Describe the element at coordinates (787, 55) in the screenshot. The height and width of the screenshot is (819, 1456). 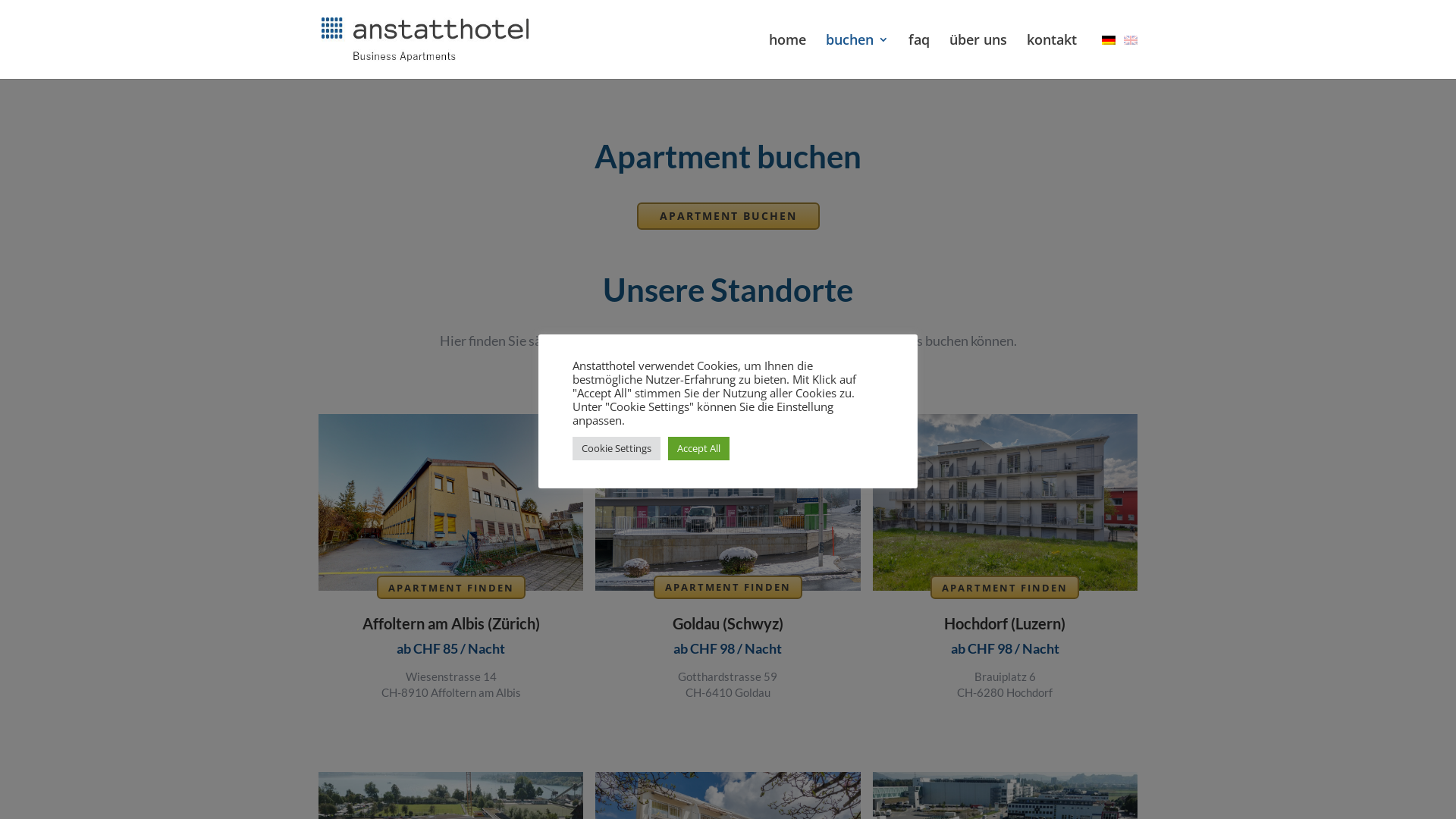
I see `'home'` at that location.